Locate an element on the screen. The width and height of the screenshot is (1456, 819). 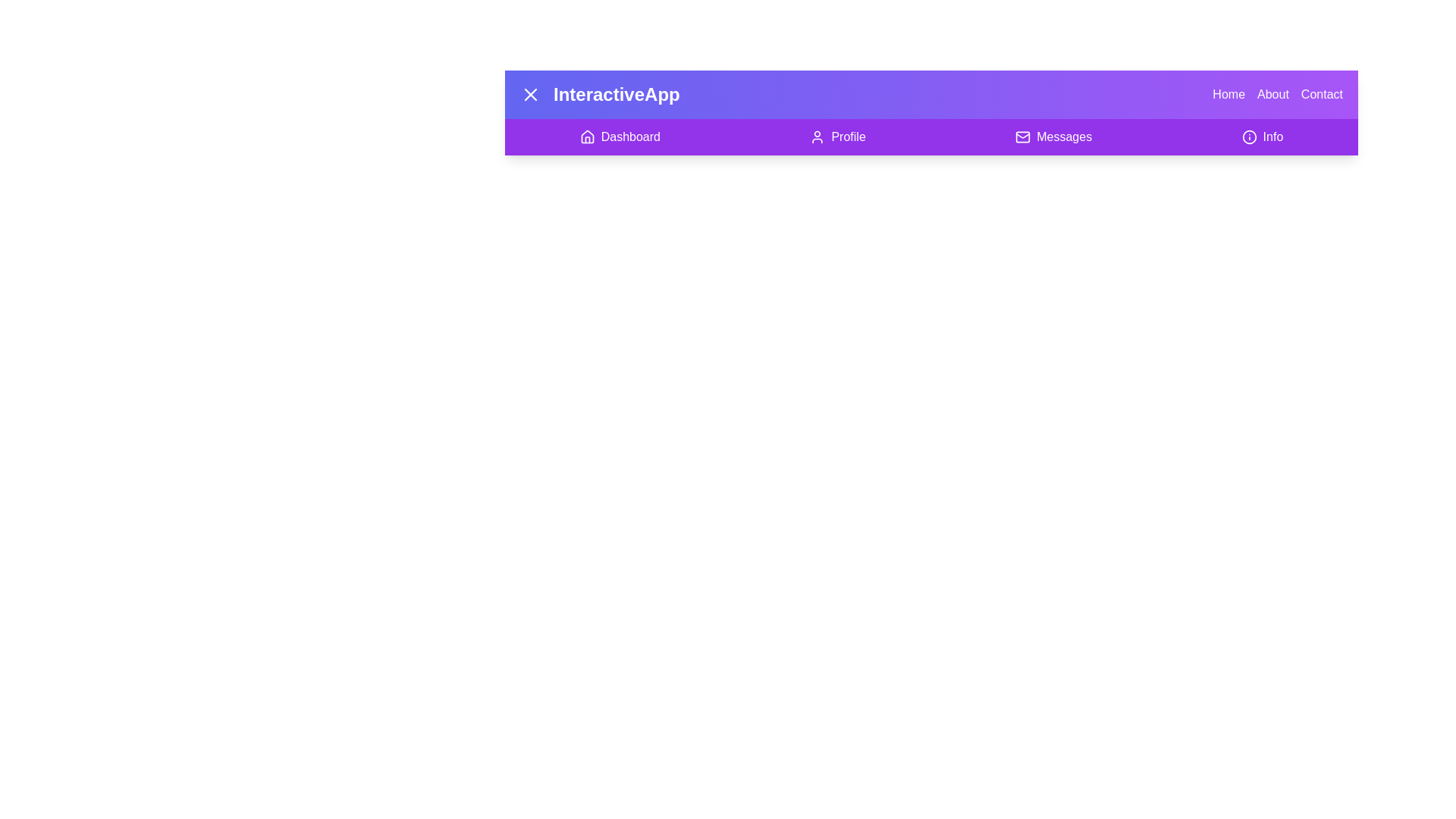
the button labeled Dashboard to observe its hover effect is located at coordinates (620, 137).